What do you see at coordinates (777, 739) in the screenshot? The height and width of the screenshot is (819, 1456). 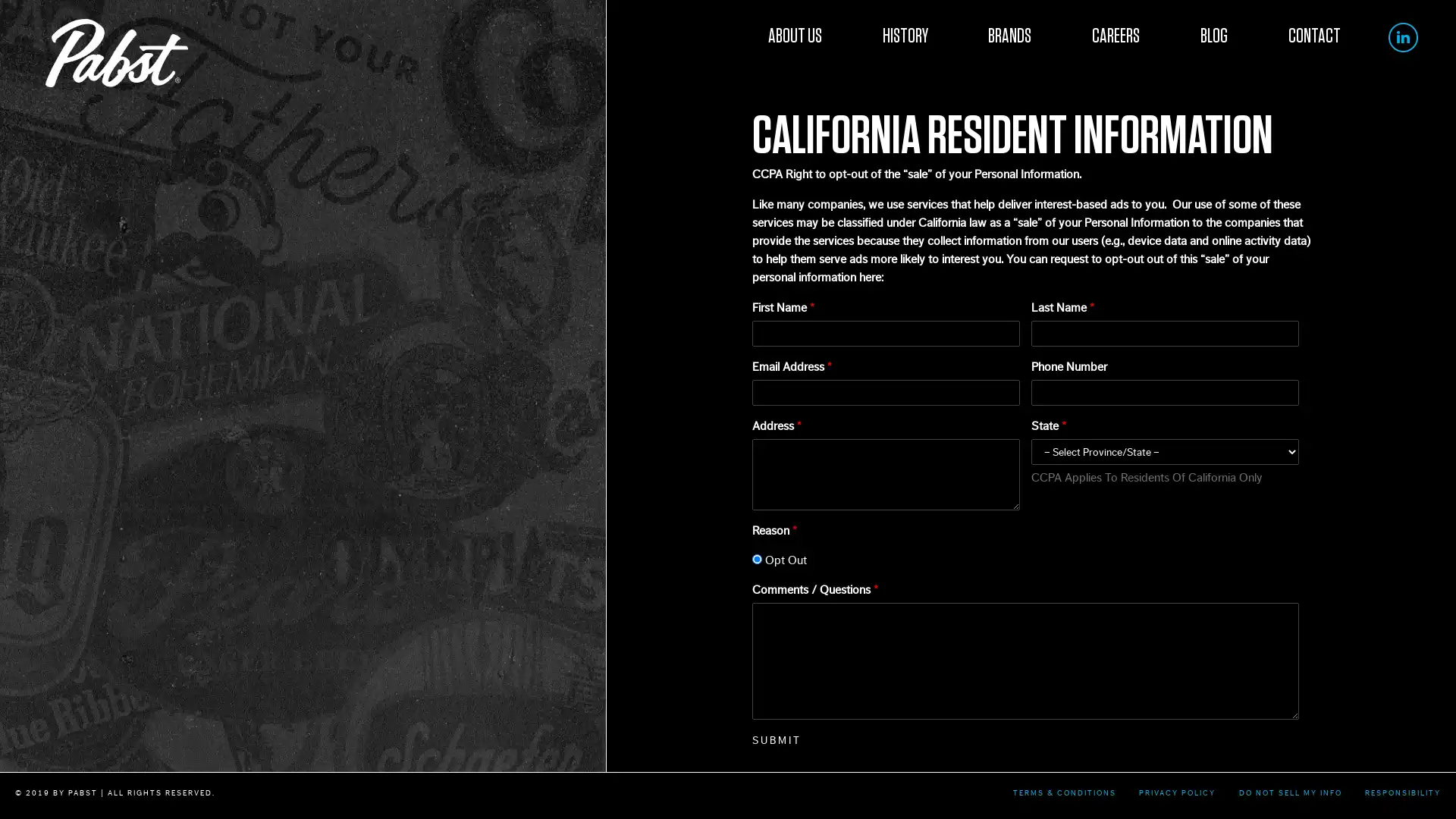 I see `SUBMIT` at bounding box center [777, 739].